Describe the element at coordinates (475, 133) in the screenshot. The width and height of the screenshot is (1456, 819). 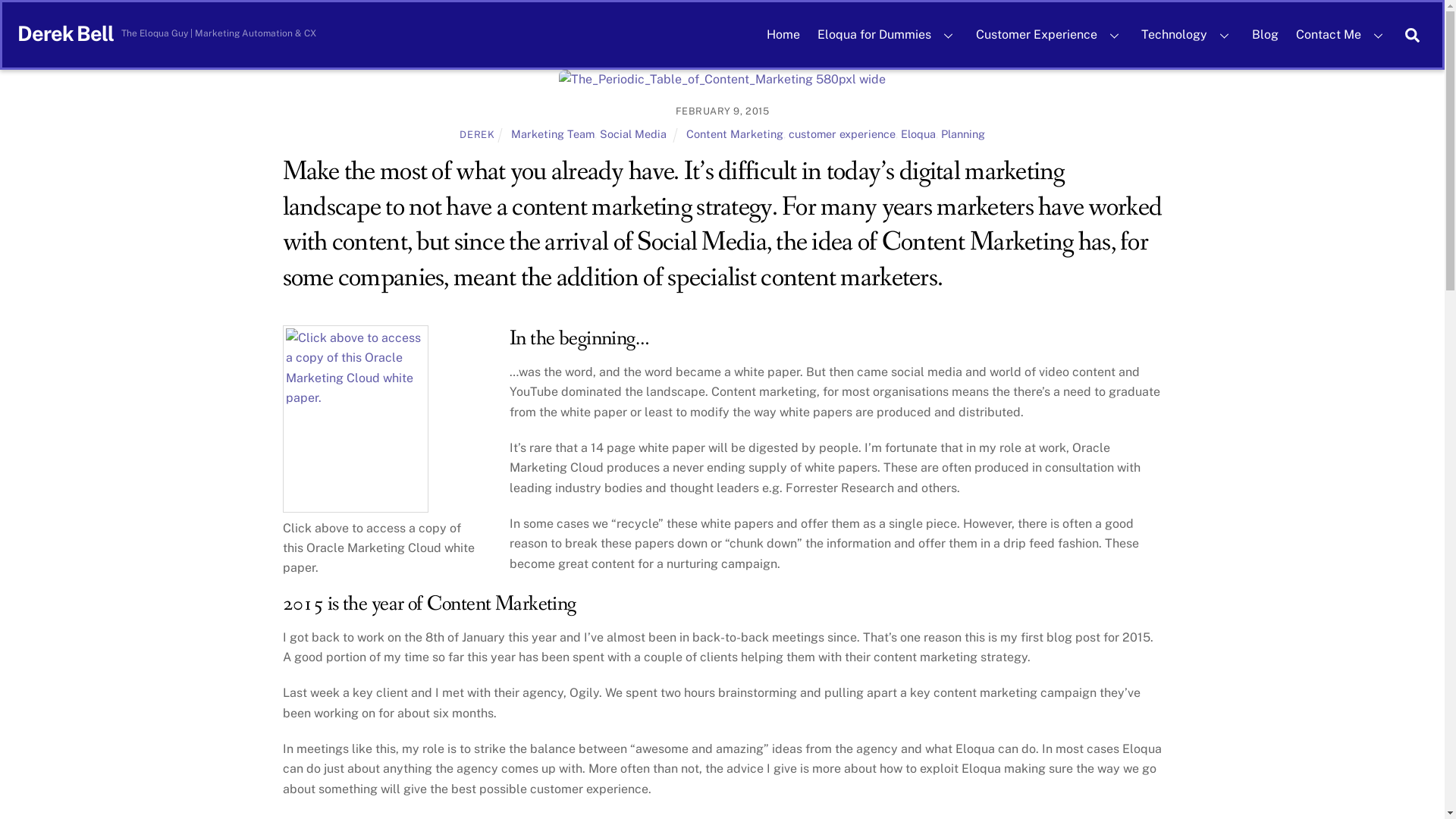
I see `'DEREK'` at that location.